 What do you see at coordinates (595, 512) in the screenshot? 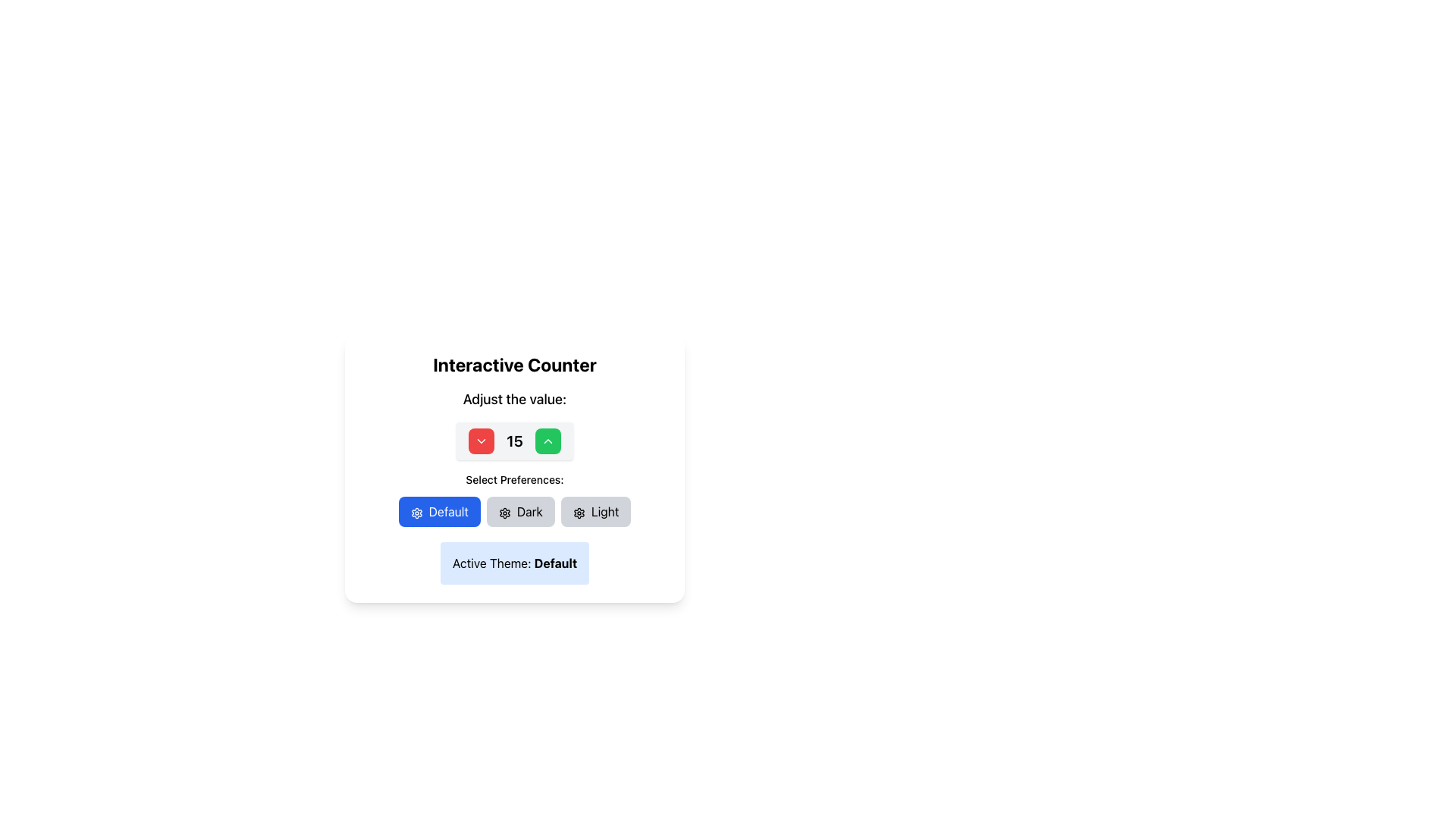
I see `the 'Light' theme button located at the bottom-right corner of the 'Select Preferences' card section` at bounding box center [595, 512].